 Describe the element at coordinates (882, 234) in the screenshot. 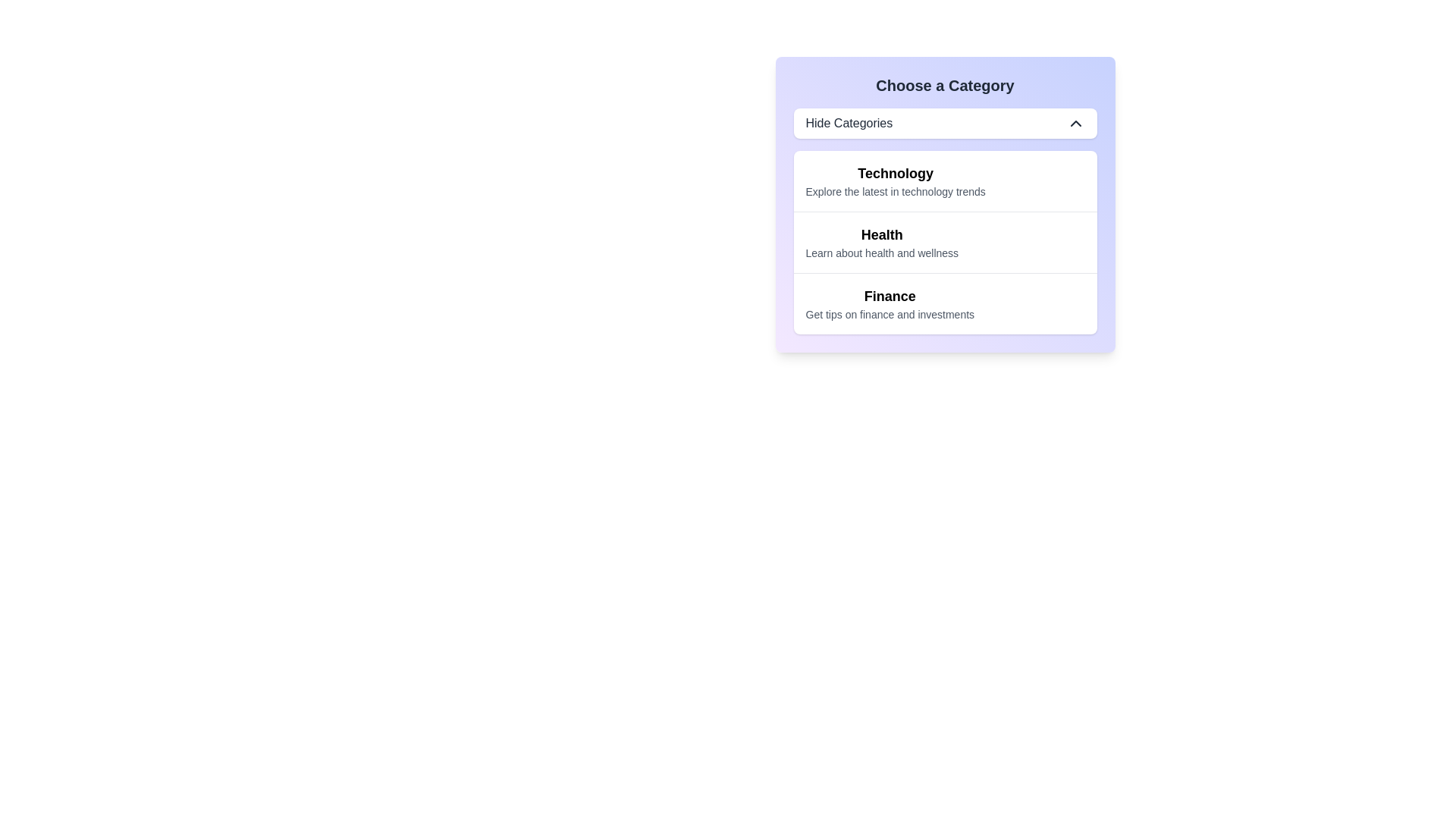

I see `bold label with the text 'Health' that is centered within the category selection dropdown and positioned above the descriptive text 'Learn about health and wellness'` at that location.